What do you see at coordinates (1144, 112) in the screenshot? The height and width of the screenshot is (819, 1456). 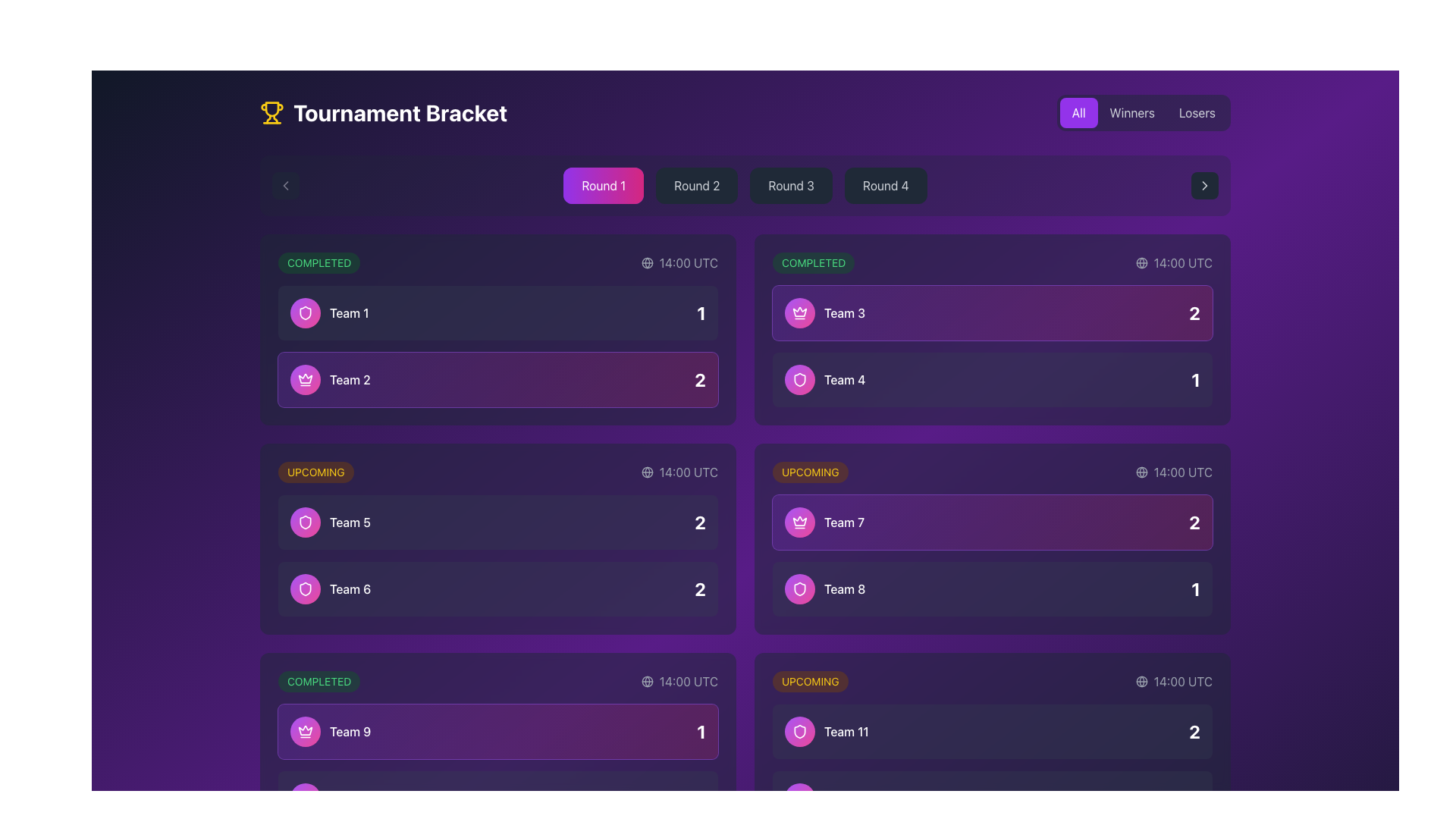 I see `the 'All' button with rounded corners, styled with a purple background and white text` at bounding box center [1144, 112].